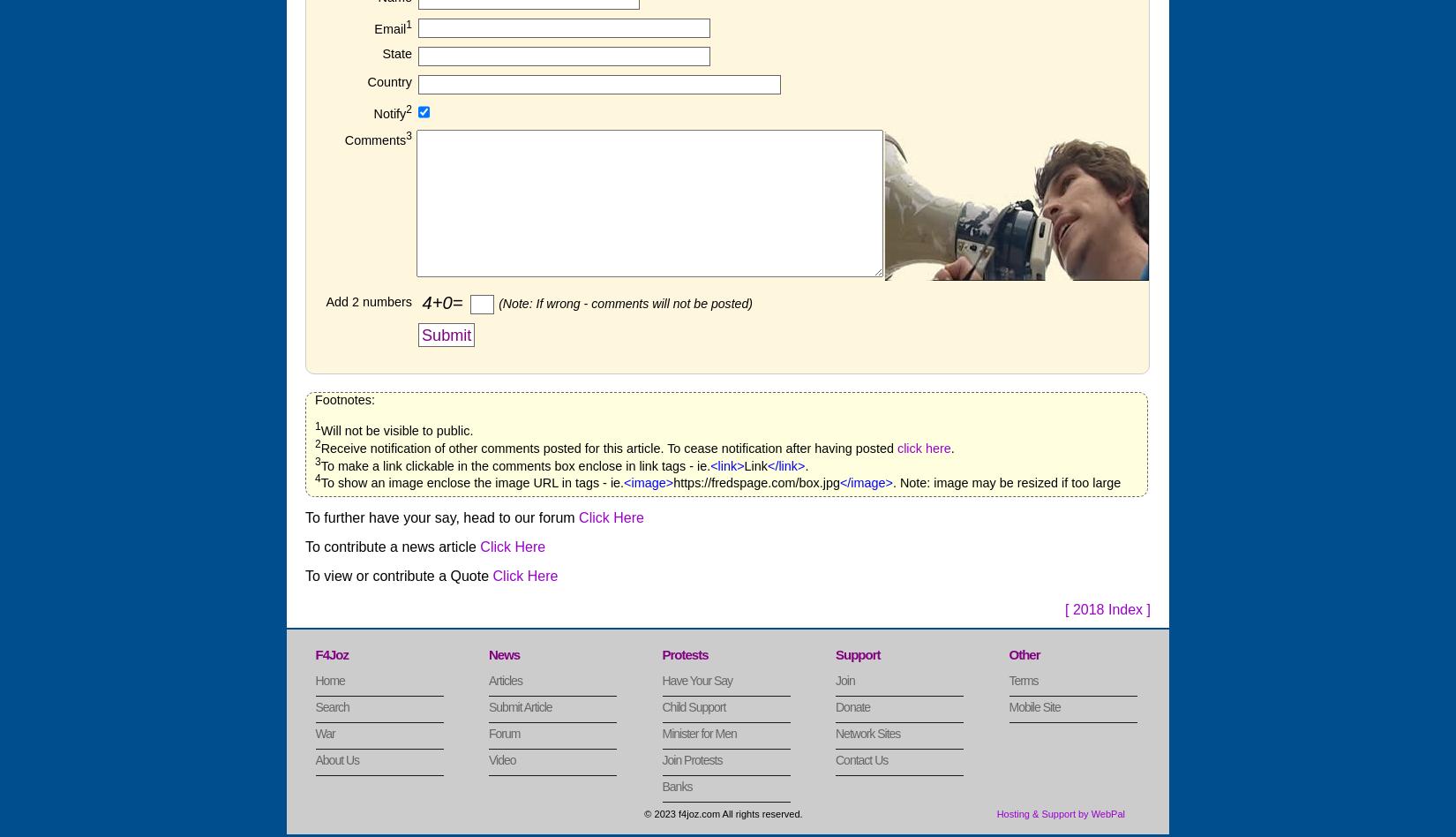  Describe the element at coordinates (388, 80) in the screenshot. I see `'Country'` at that location.